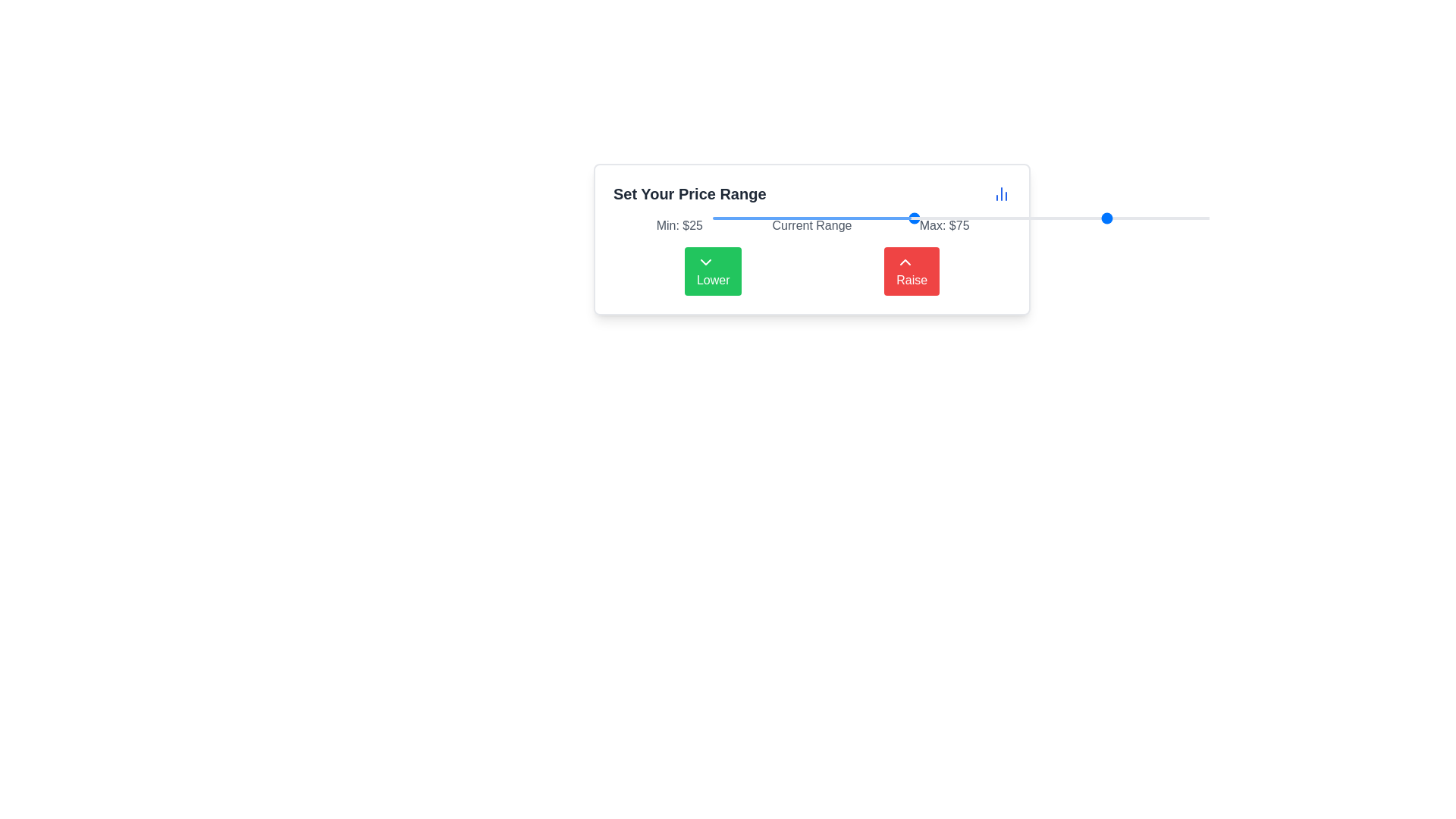  Describe the element at coordinates (1001, 193) in the screenshot. I see `the chart icon in the header section titled 'Set Your Price Range', which is a non-interactive graphical element composed of three vertical blue bars arranged side by side` at that location.